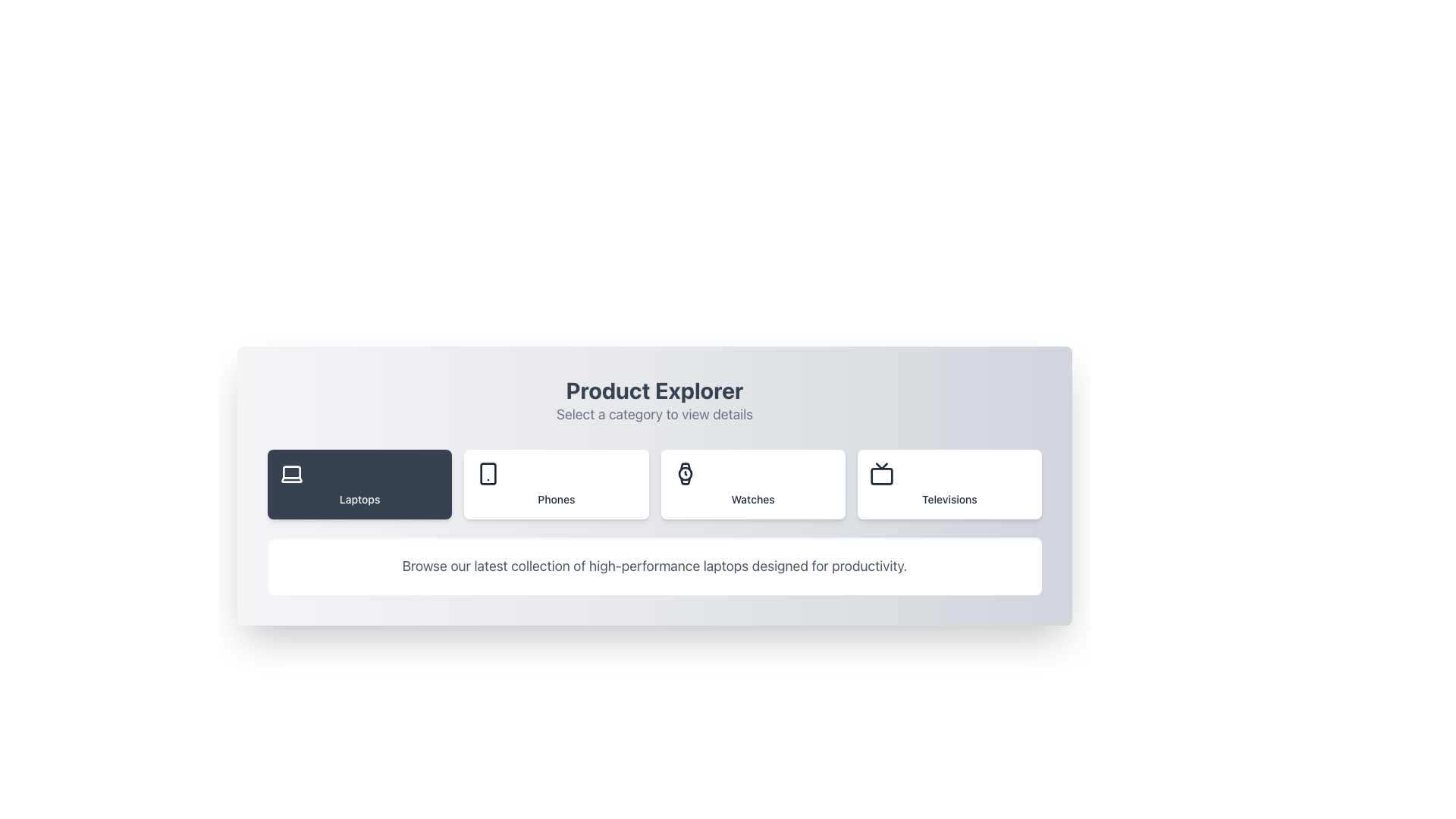 This screenshot has width=1456, height=819. I want to click on the larger rounded rectangle SVG shape that represents the body of the smartphone icon in the second card from the left under the 'Product Explorer' heading, so click(488, 472).